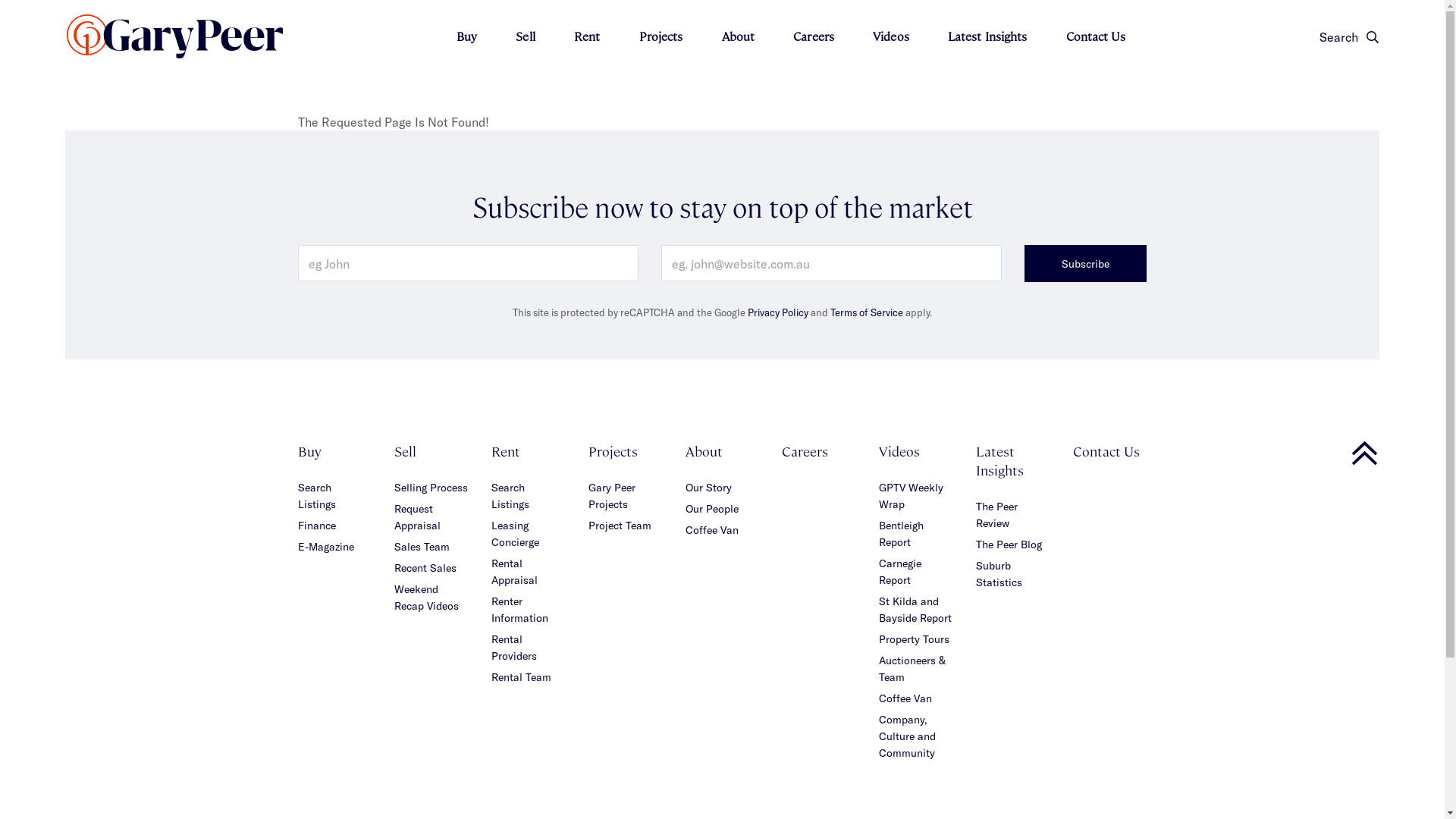  Describe the element at coordinates (515, 532) in the screenshot. I see `'Leasing Concierge'` at that location.